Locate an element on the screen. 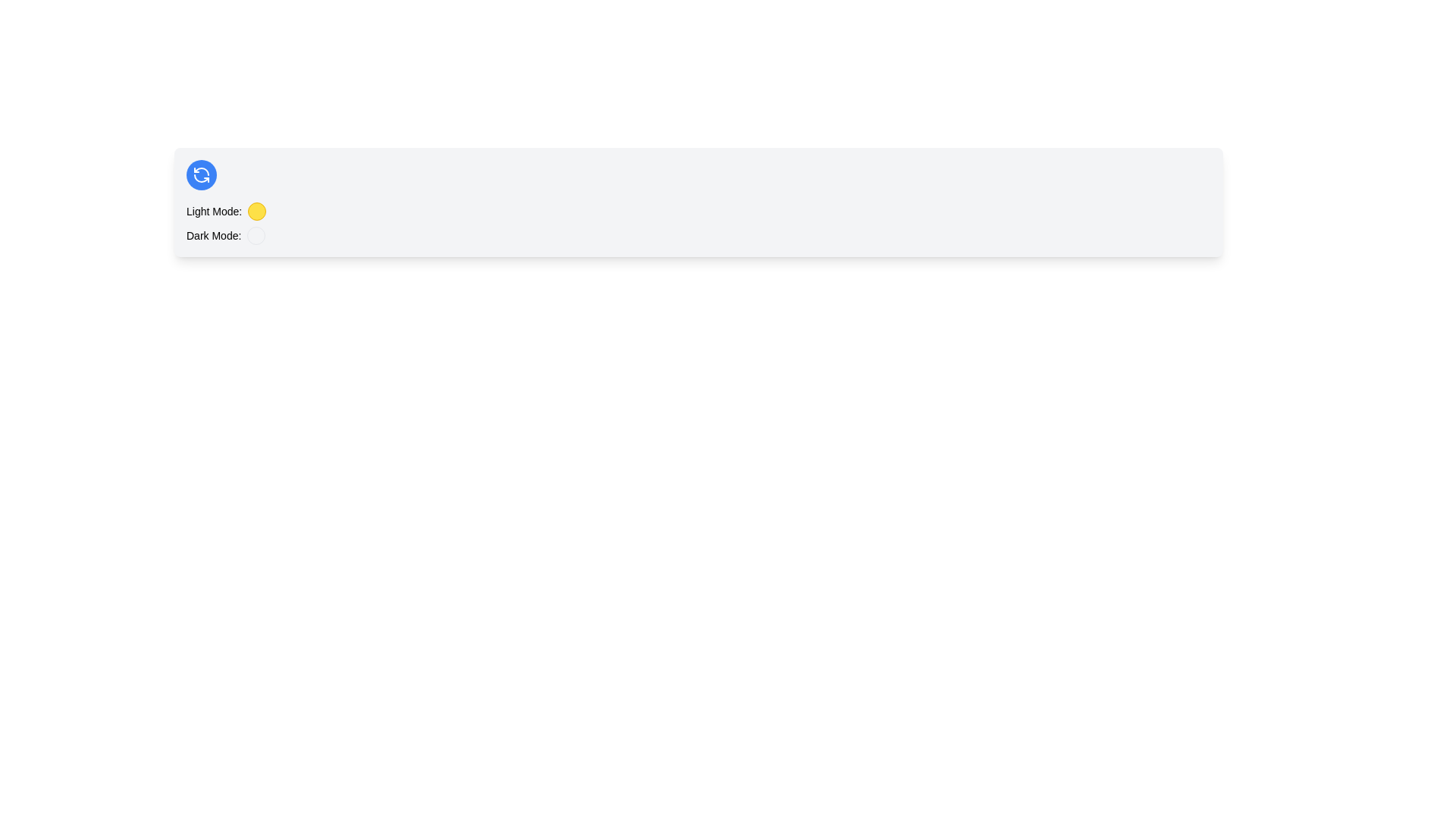 Image resolution: width=1456 pixels, height=819 pixels. the circular button with a yellow background and border, located to the right of the 'Light Mode:' label is located at coordinates (257, 211).